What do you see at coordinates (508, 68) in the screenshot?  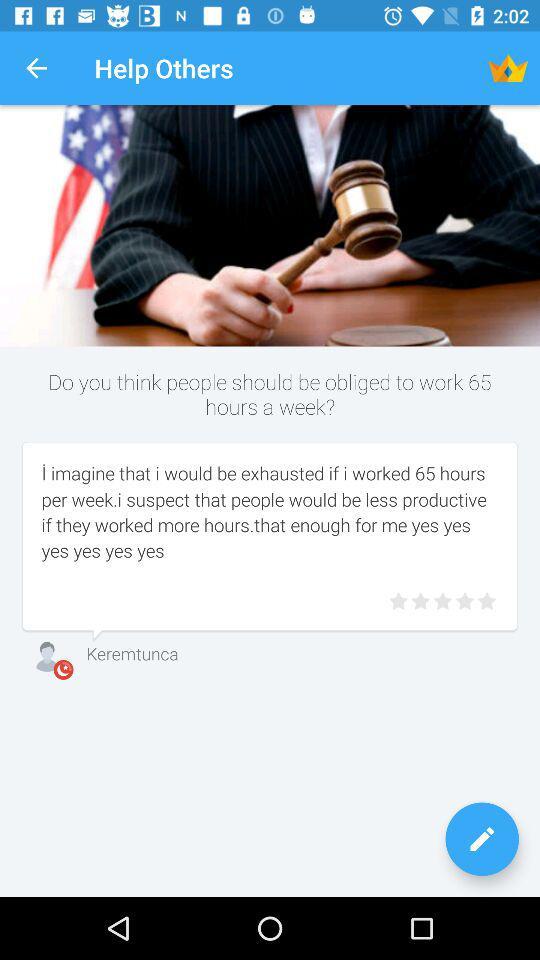 I see `the item at the top right corner` at bounding box center [508, 68].